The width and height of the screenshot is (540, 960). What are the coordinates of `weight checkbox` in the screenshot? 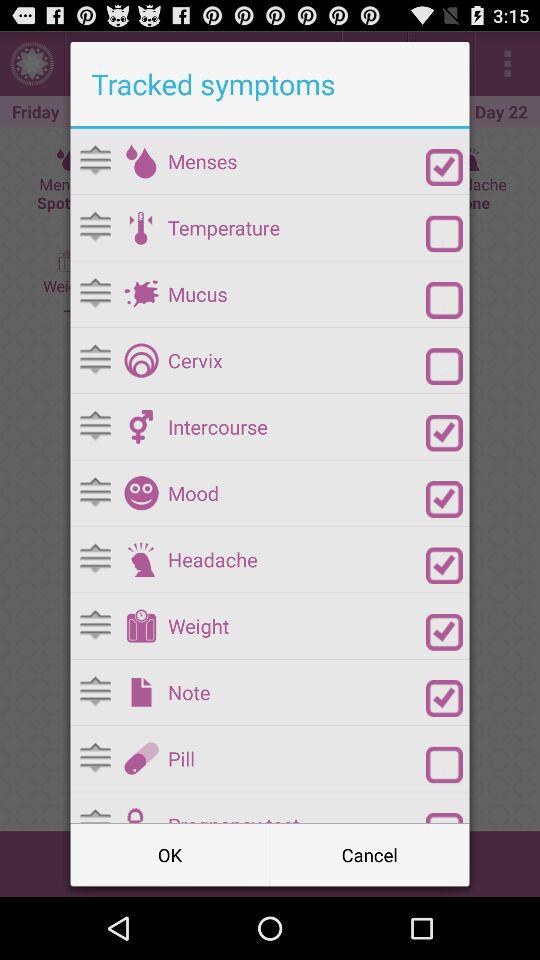 It's located at (444, 631).